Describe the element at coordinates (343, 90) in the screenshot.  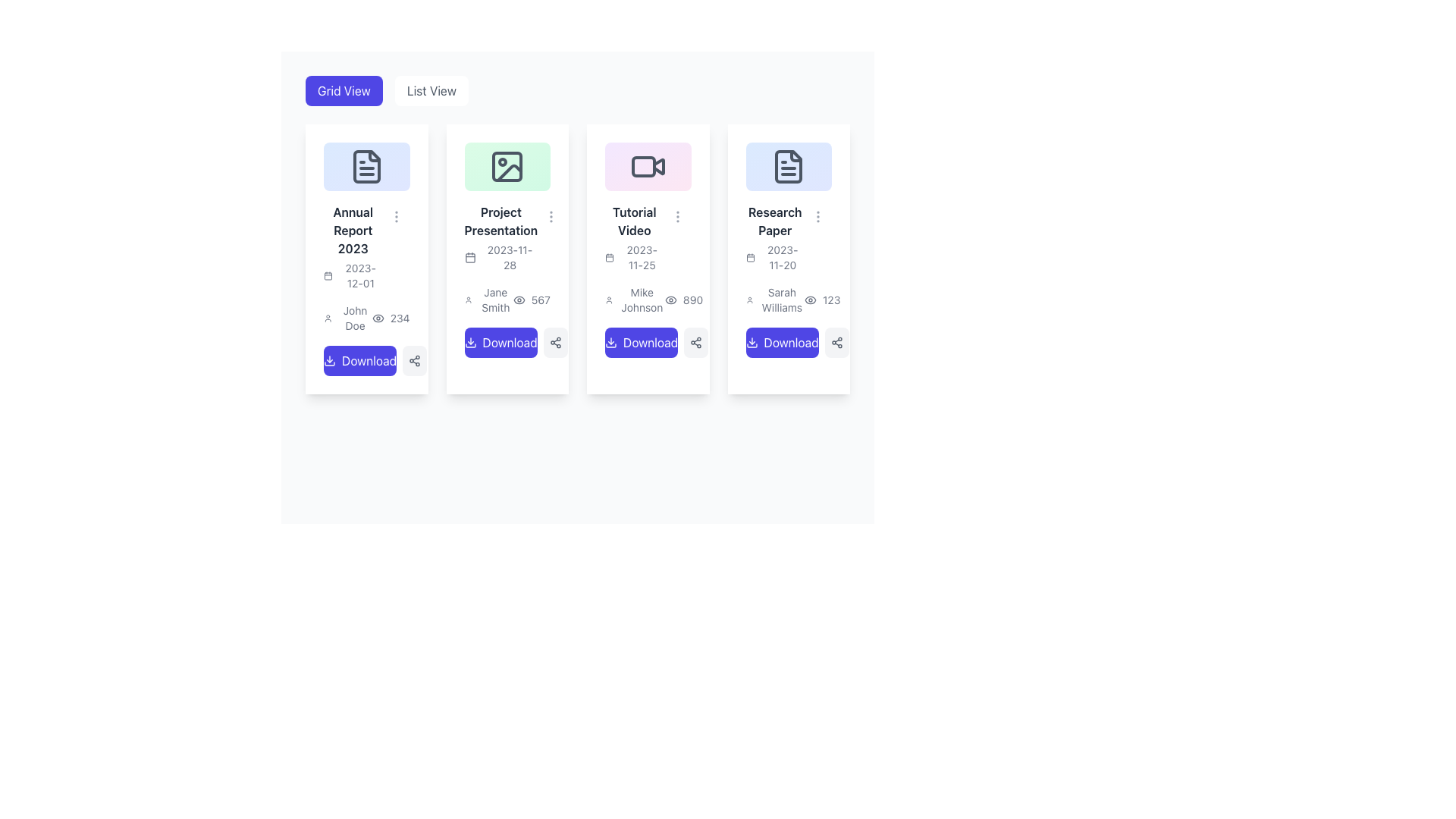
I see `the 'Grid View' button, which has a blue background and white text` at that location.